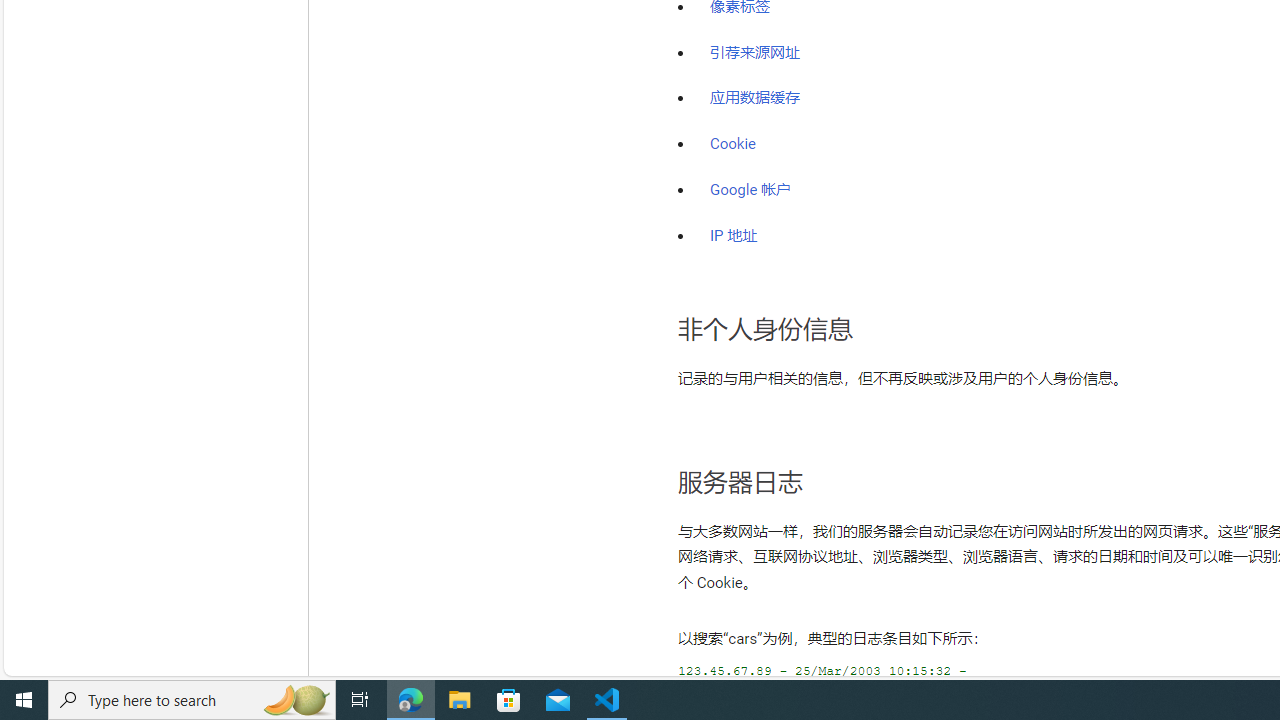 The height and width of the screenshot is (720, 1280). What do you see at coordinates (732, 143) in the screenshot?
I see `'Cookie'` at bounding box center [732, 143].